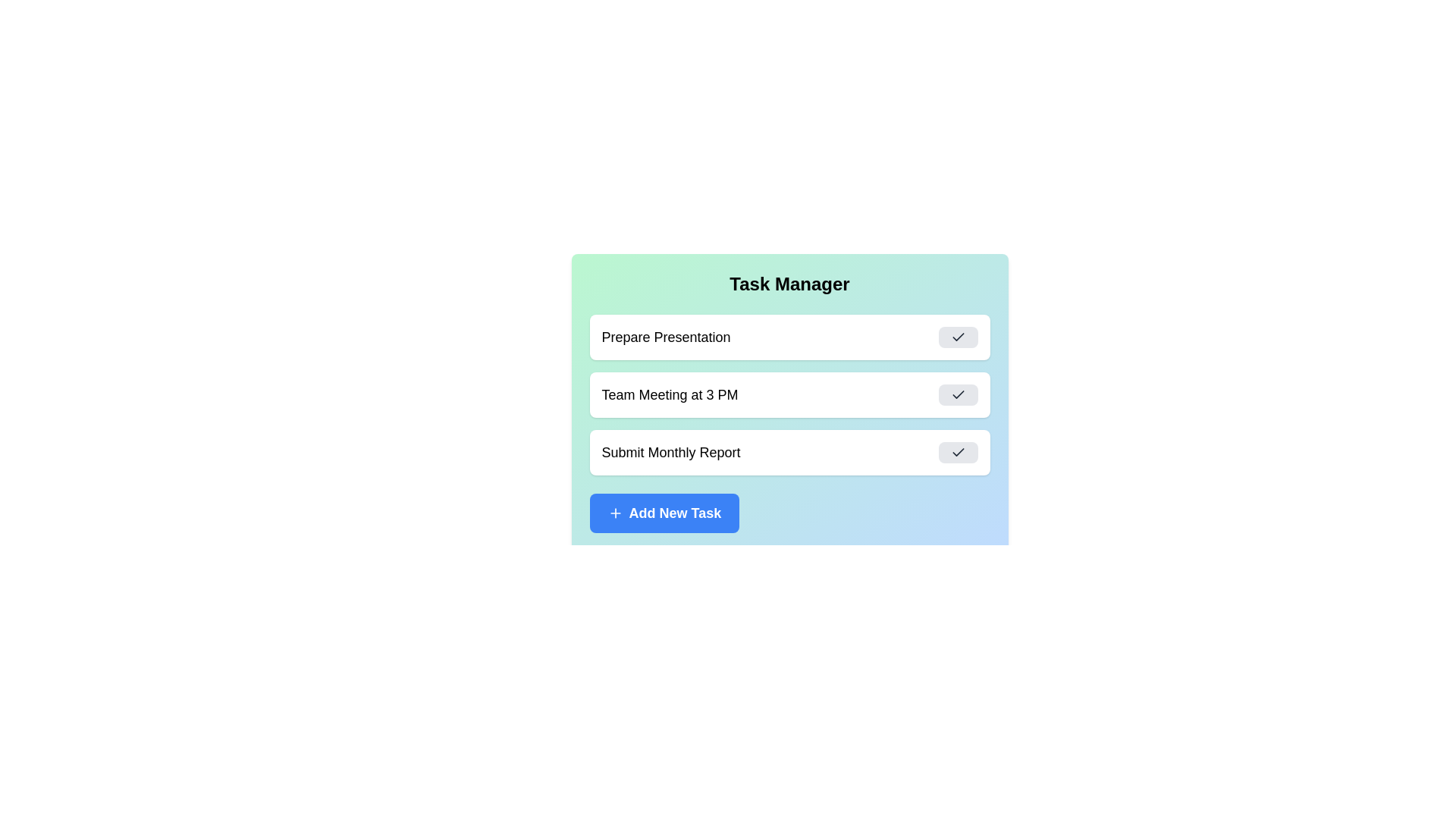  I want to click on the task Submit Monthly Report to read its details, so click(789, 452).